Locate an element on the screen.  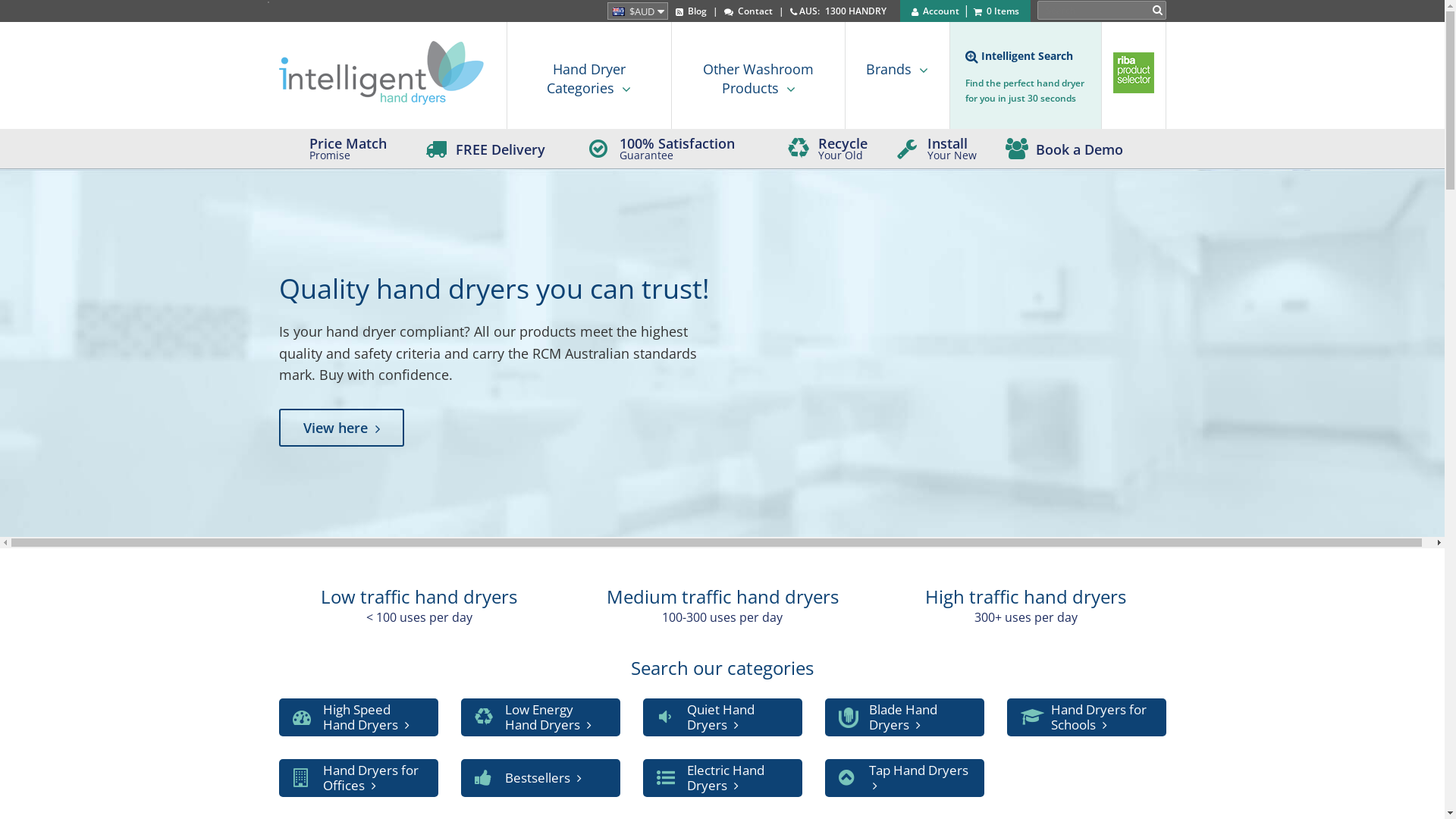
'Intelligent Hand Dryers' is located at coordinates (381, 73).